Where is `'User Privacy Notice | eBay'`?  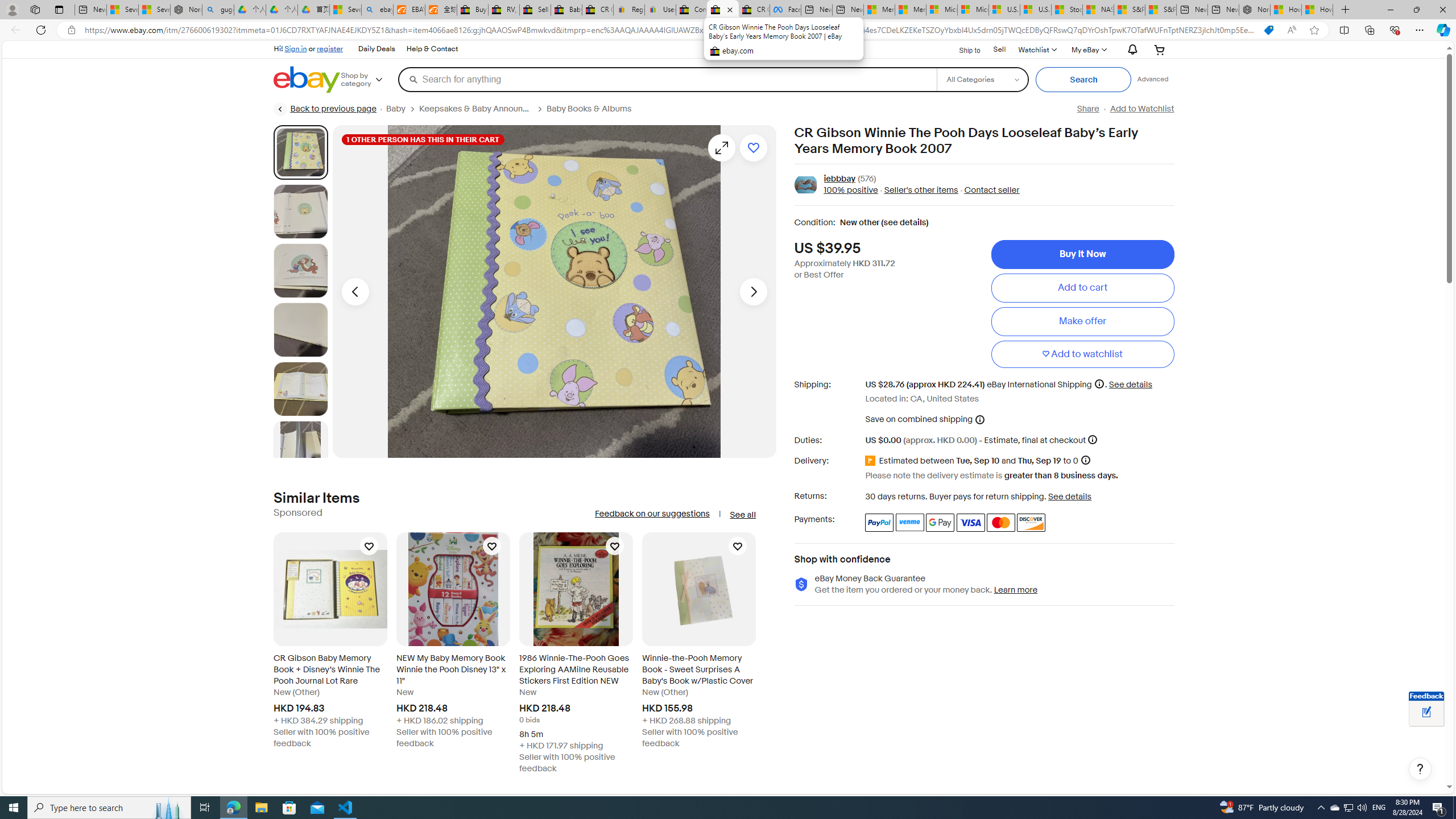 'User Privacy Notice | eBay' is located at coordinates (659, 9).